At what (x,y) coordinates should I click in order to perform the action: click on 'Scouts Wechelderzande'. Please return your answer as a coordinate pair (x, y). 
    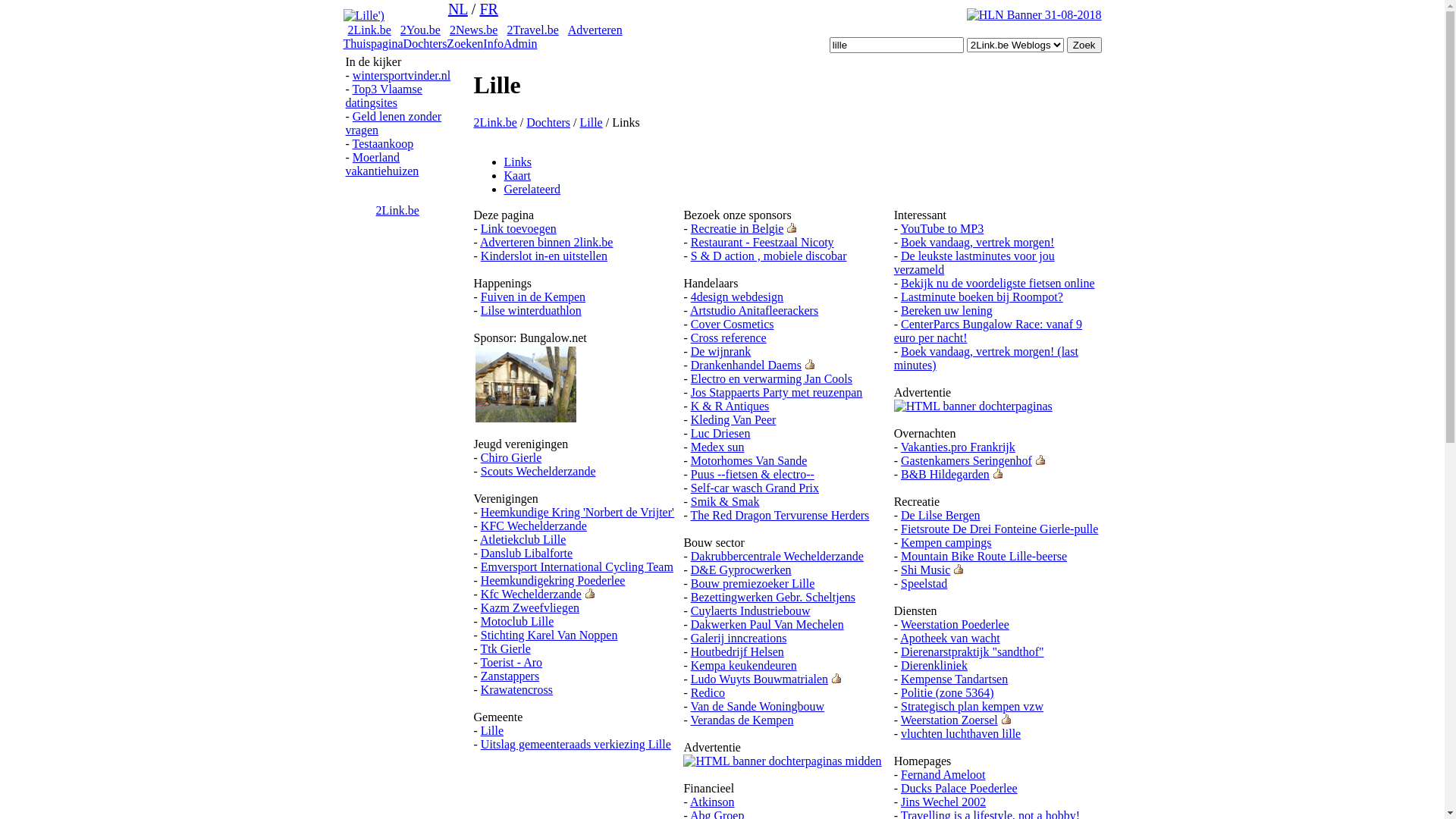
    Looking at the image, I should click on (538, 470).